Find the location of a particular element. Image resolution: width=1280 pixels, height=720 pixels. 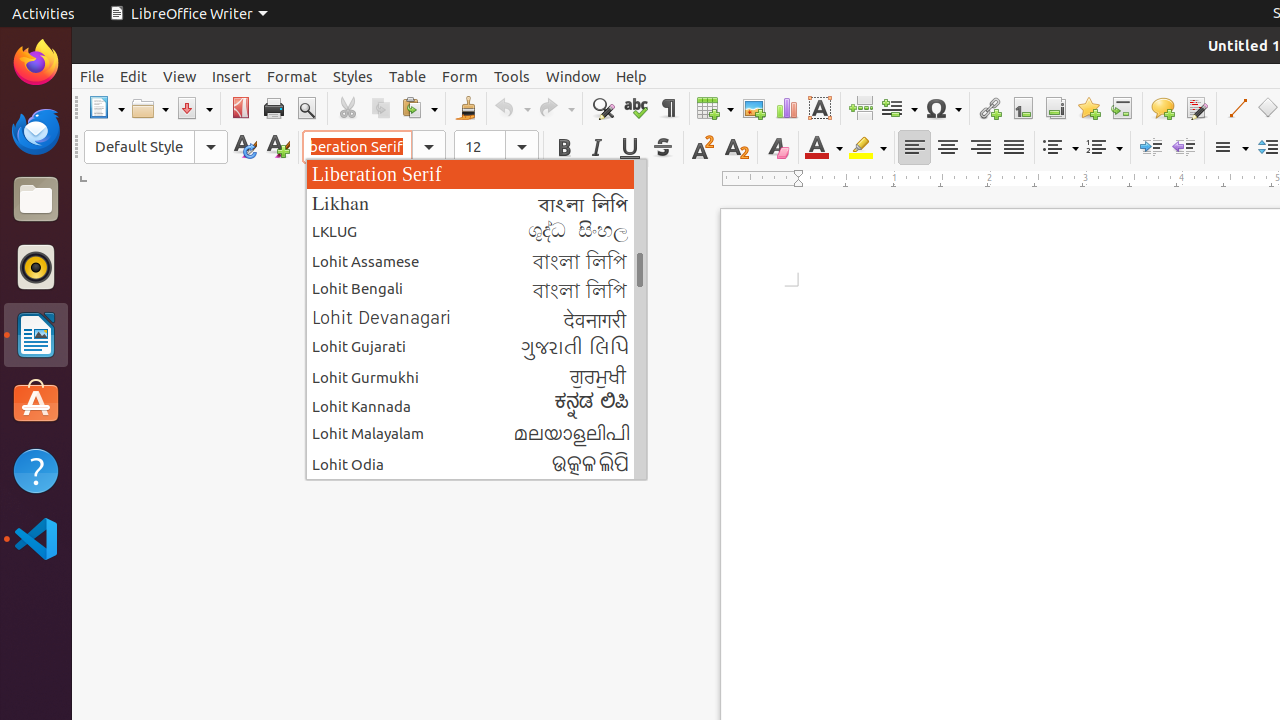

'Chart' is located at coordinates (785, 108).